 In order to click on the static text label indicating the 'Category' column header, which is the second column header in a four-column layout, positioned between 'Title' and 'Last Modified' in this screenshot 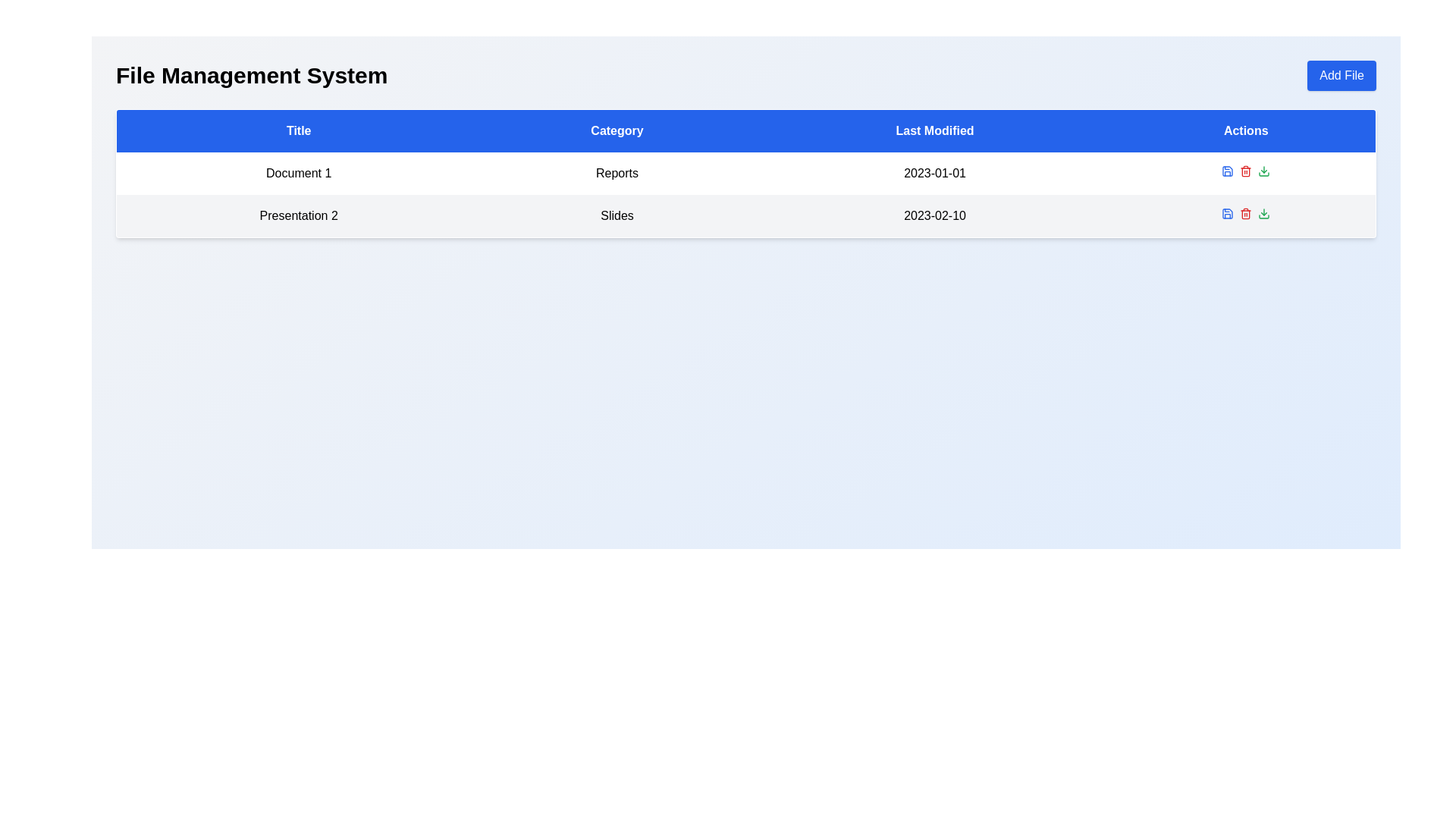, I will do `click(617, 130)`.